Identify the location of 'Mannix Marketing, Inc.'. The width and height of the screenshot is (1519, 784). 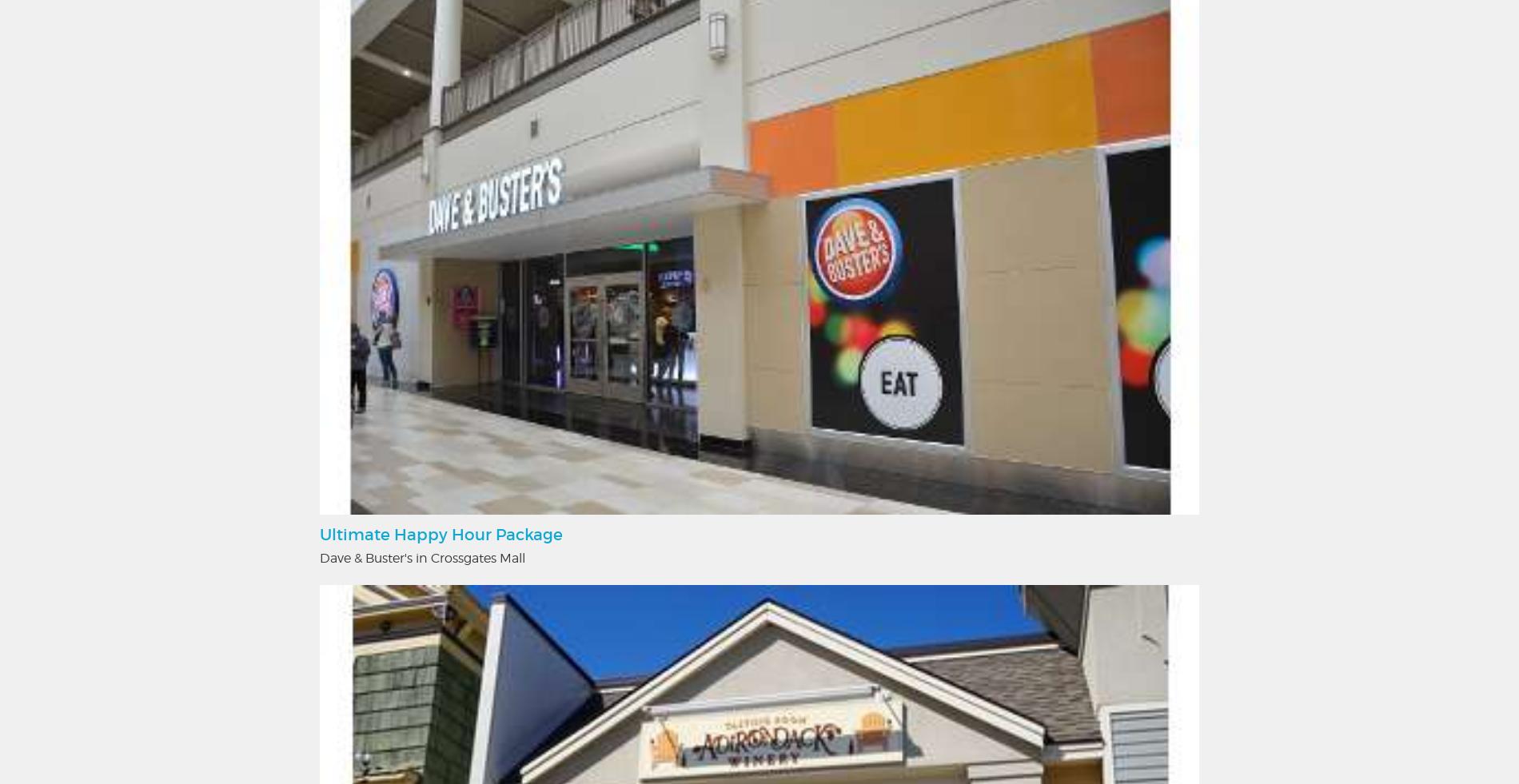
(988, 189).